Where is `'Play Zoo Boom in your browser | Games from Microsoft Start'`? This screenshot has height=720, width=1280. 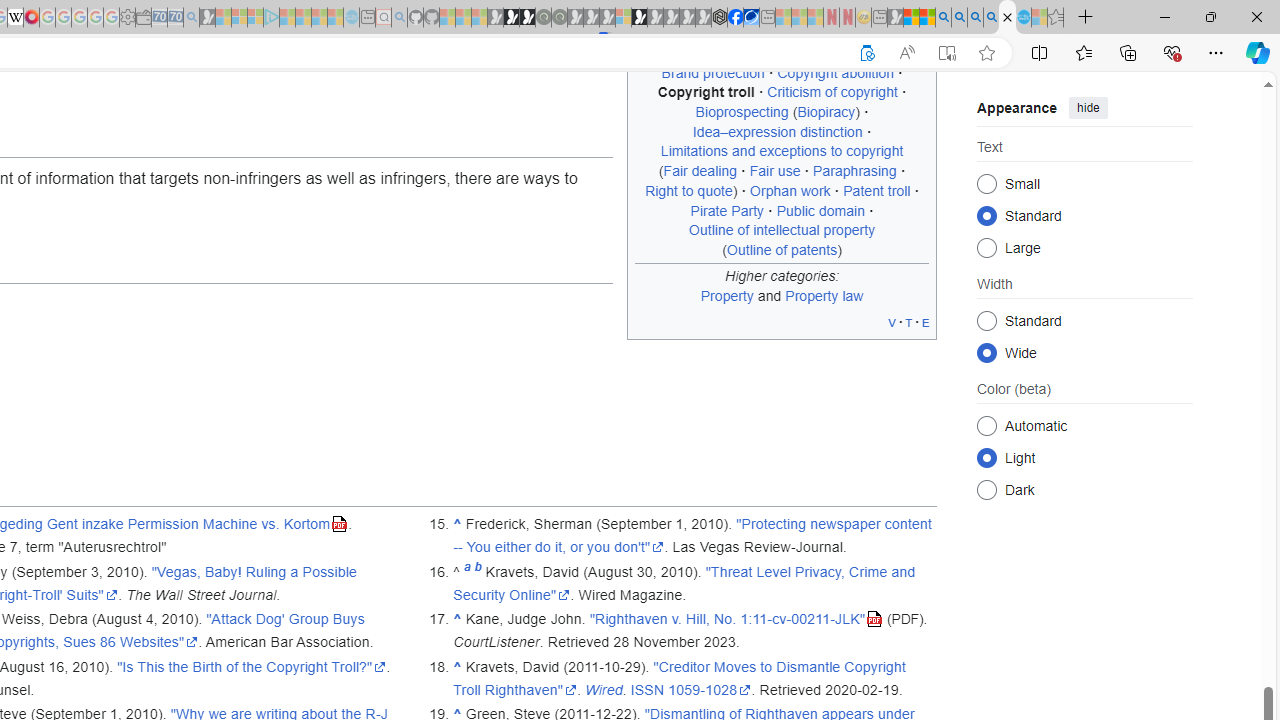 'Play Zoo Boom in your browser | Games from Microsoft Start' is located at coordinates (511, 17).